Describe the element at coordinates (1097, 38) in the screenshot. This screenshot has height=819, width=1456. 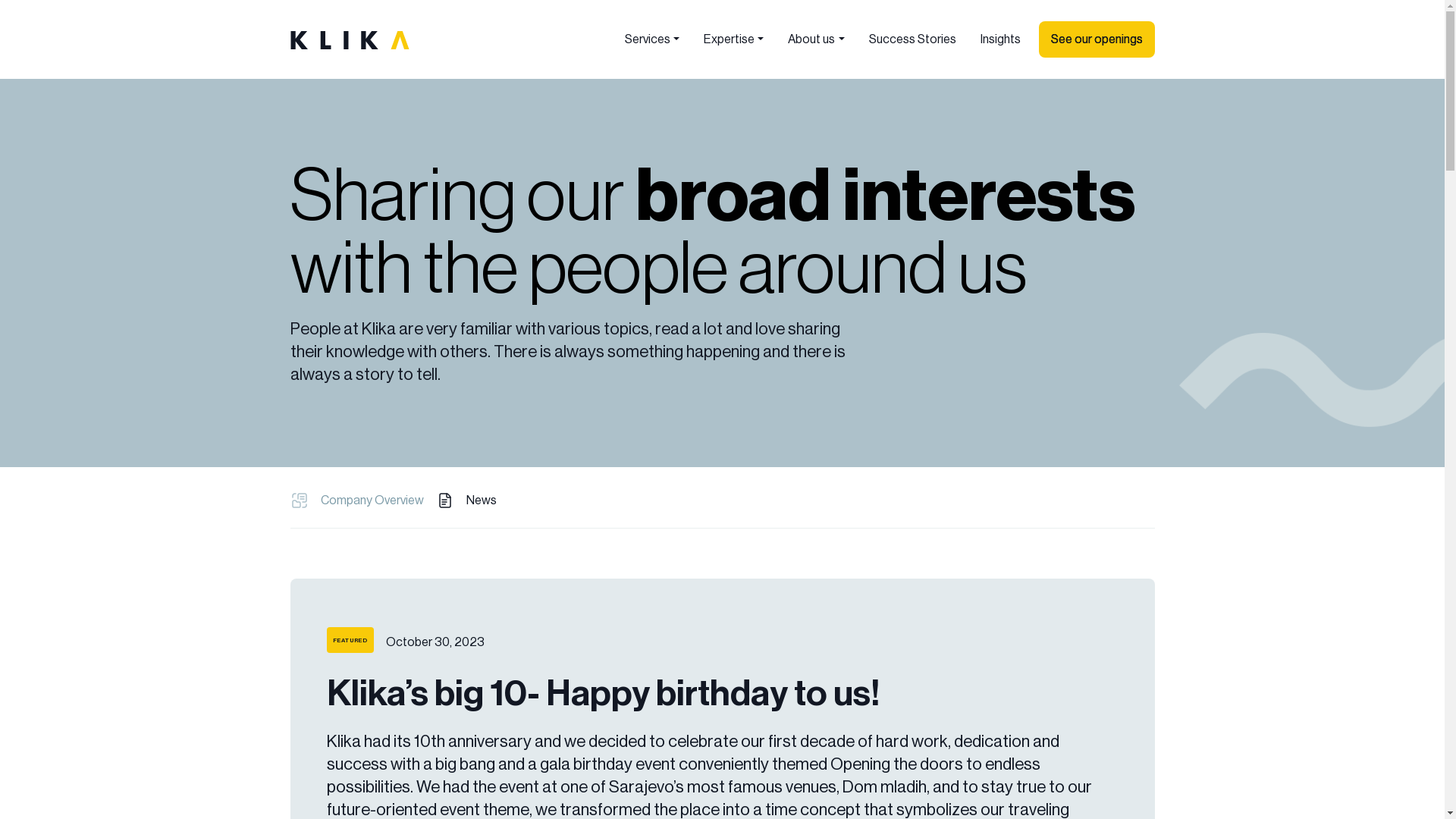
I see `'See our openings'` at that location.